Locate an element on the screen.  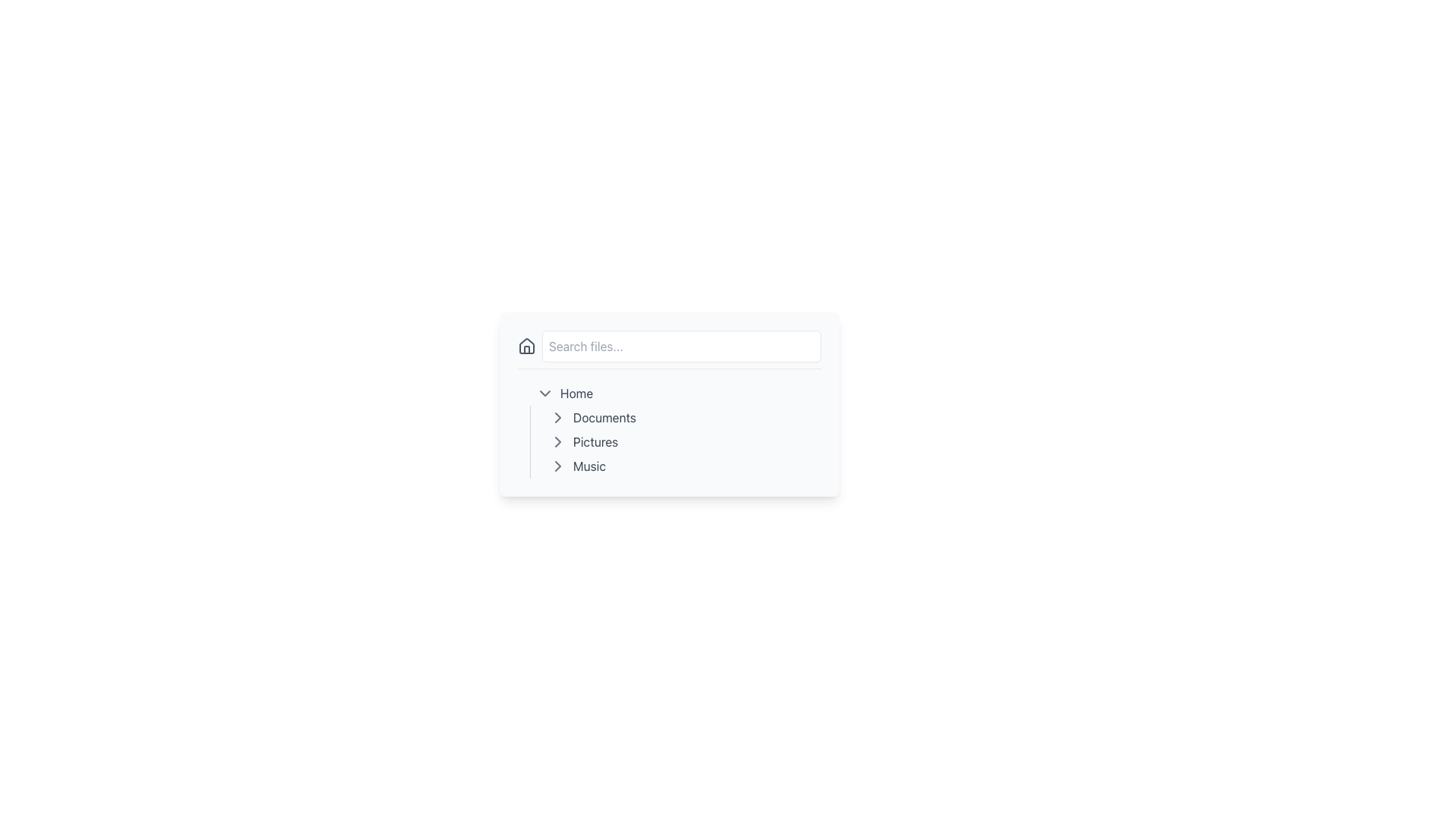
the third chevron icon adjacent to the 'Pictures' label in the menu is located at coordinates (557, 441).